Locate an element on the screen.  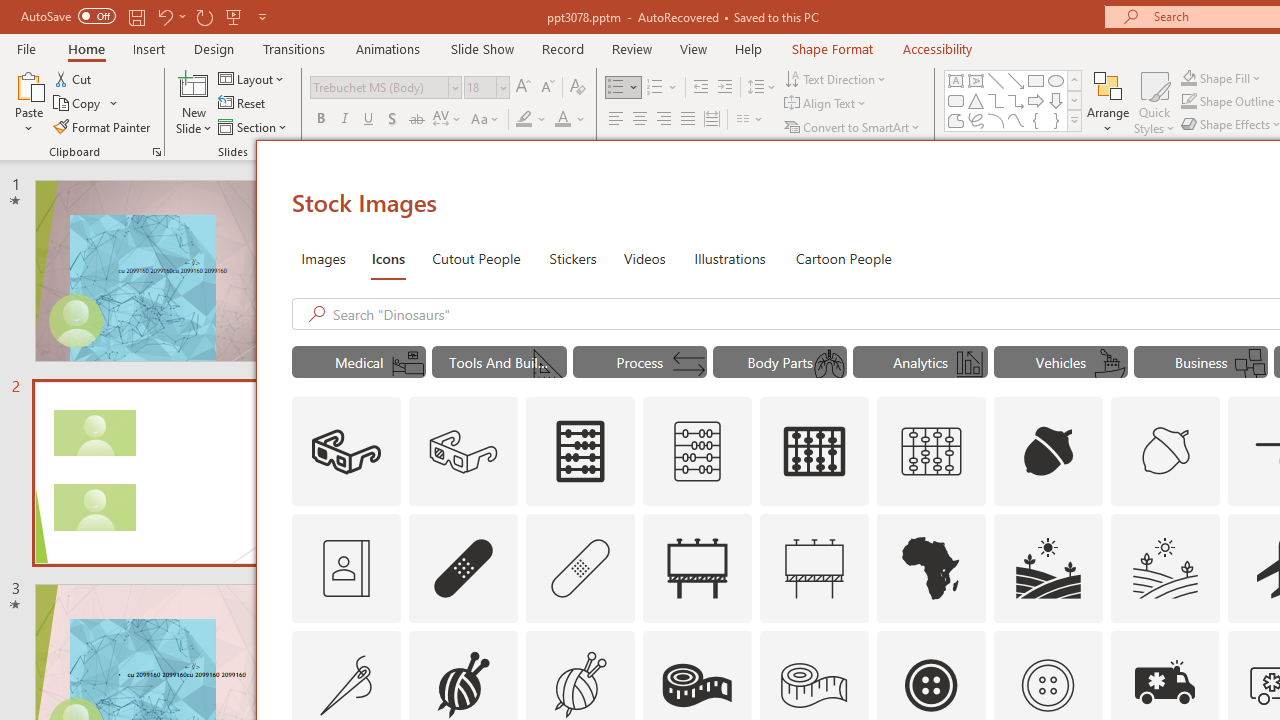
'AutomationID: Icons_Acorn_M' is located at coordinates (1166, 452).